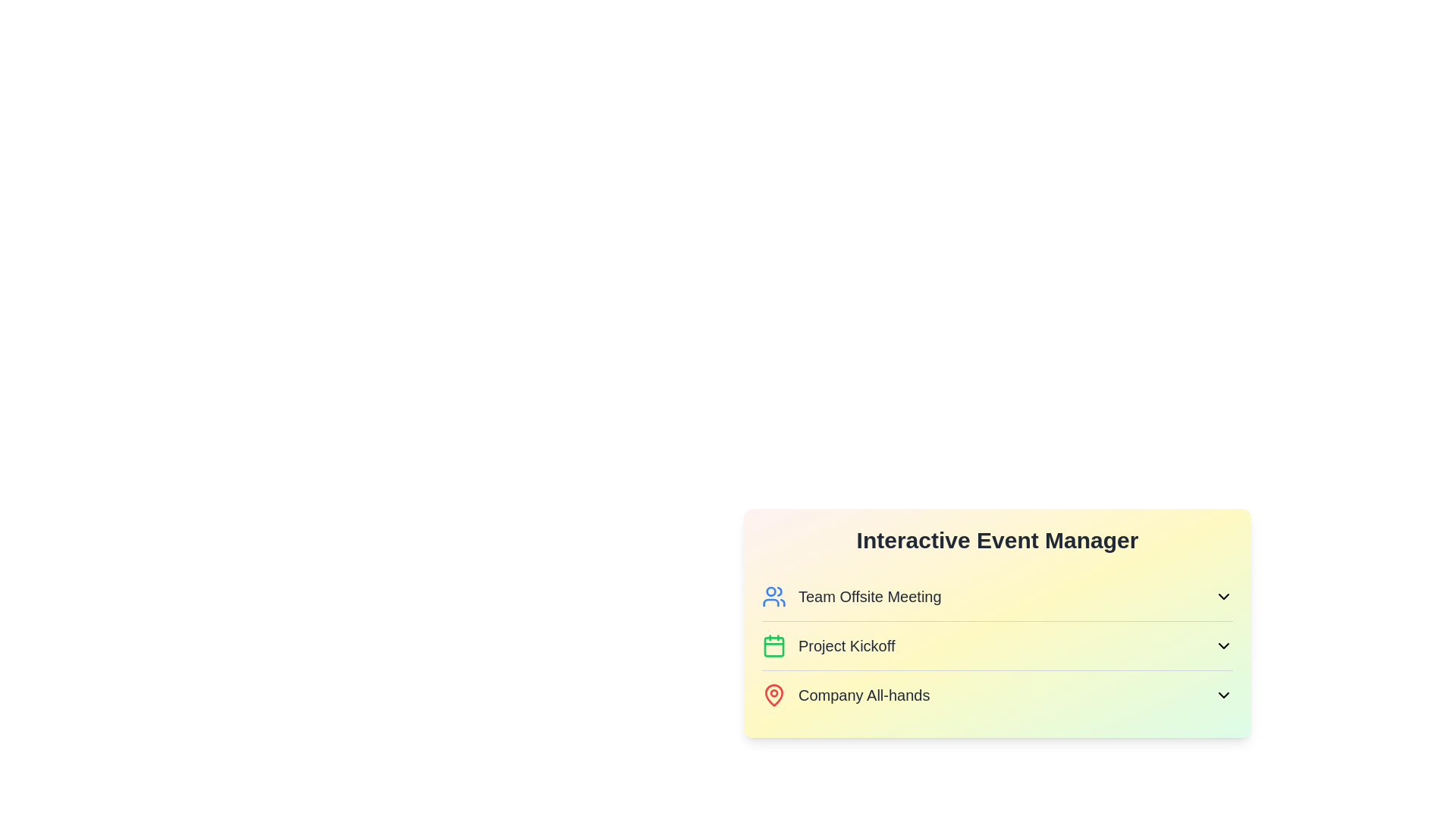 The height and width of the screenshot is (819, 1456). What do you see at coordinates (997, 646) in the screenshot?
I see `the event header to toggle its details. The parameter Project Kickoff specifies the event to interact with` at bounding box center [997, 646].